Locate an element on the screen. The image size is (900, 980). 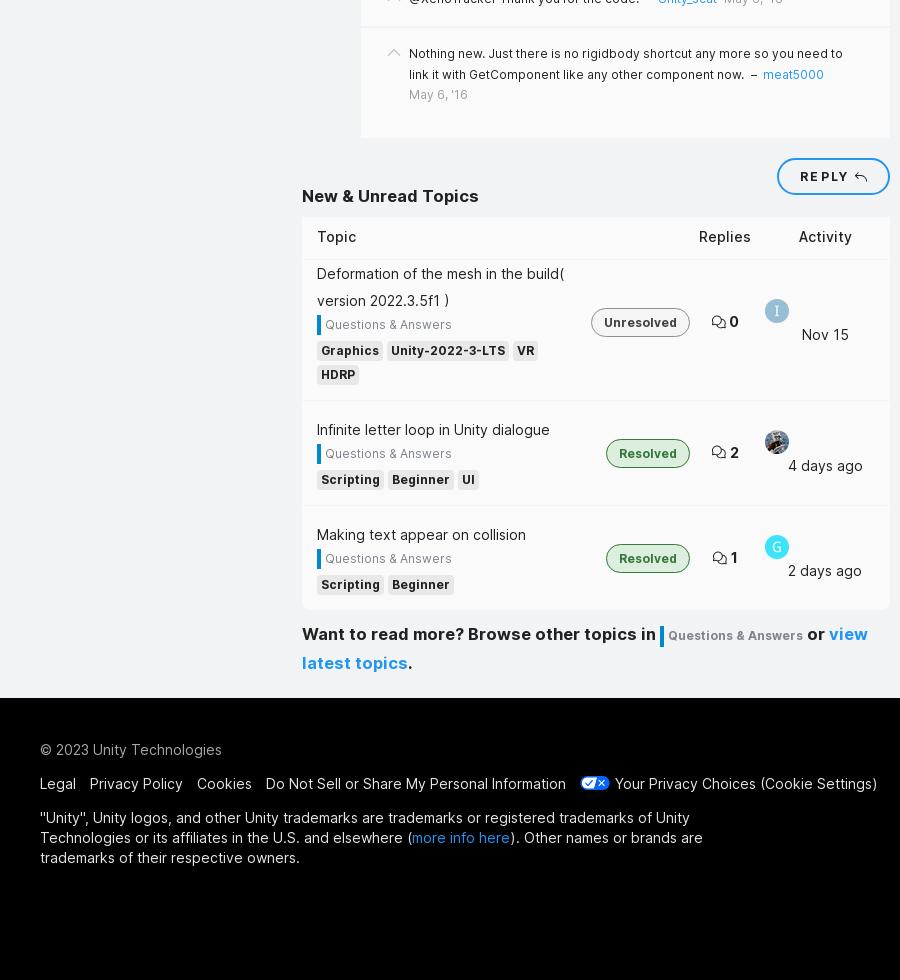
'.' is located at coordinates (410, 661).